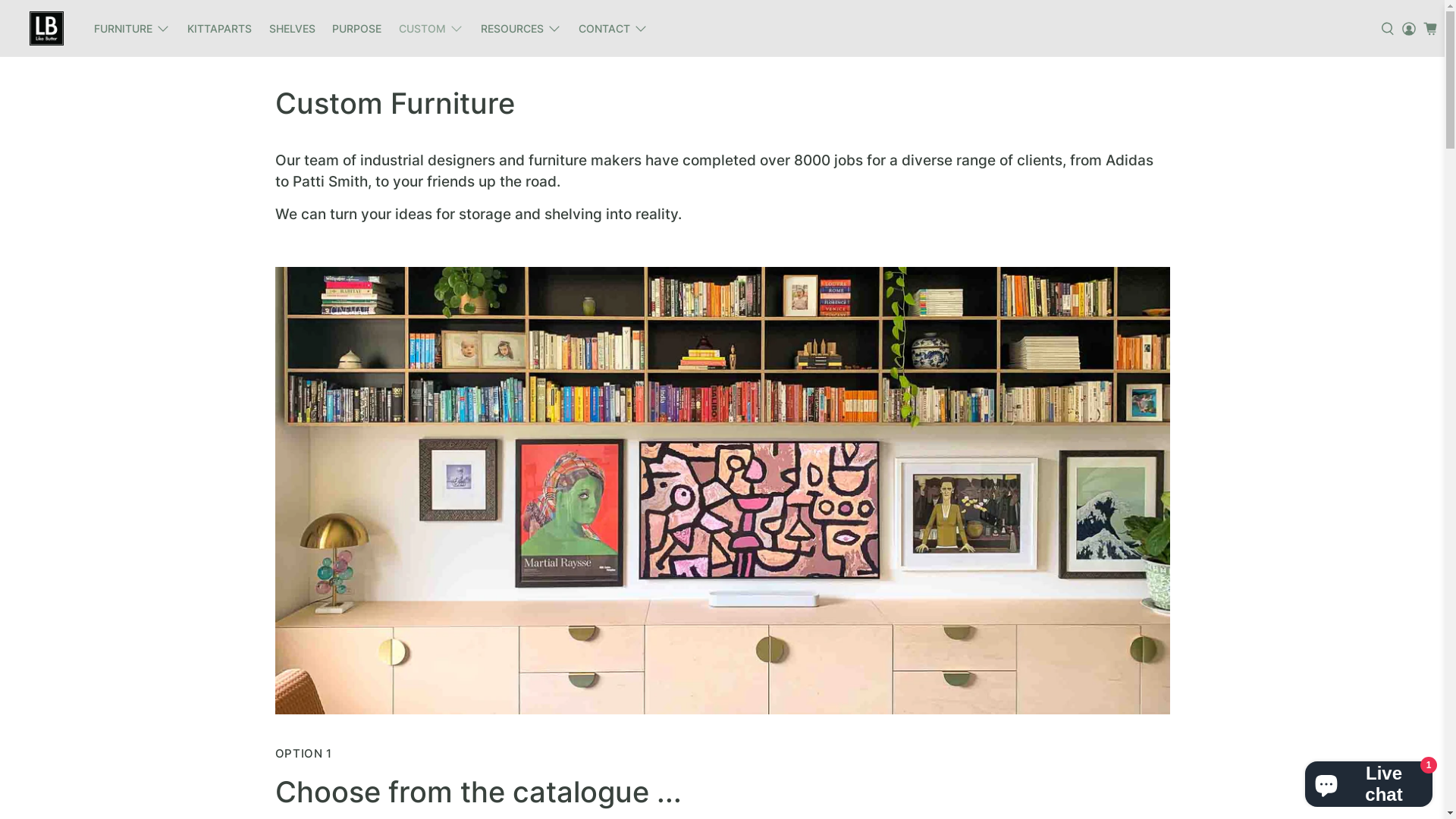 The image size is (1456, 819). What do you see at coordinates (389, 28) in the screenshot?
I see `'CUSTOM'` at bounding box center [389, 28].